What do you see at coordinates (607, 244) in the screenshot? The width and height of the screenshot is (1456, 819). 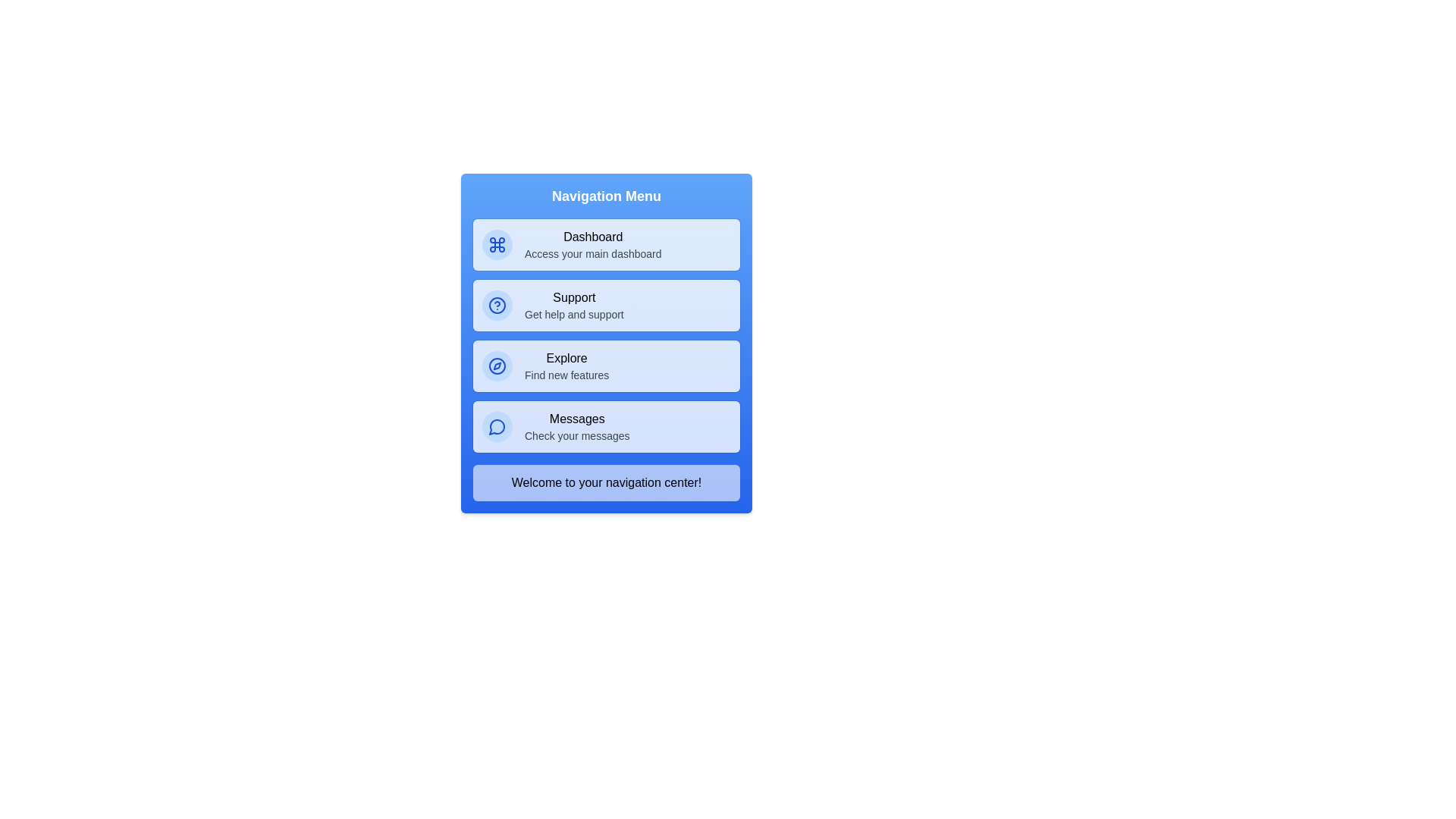 I see `the menu item corresponding to Dashboard` at bounding box center [607, 244].